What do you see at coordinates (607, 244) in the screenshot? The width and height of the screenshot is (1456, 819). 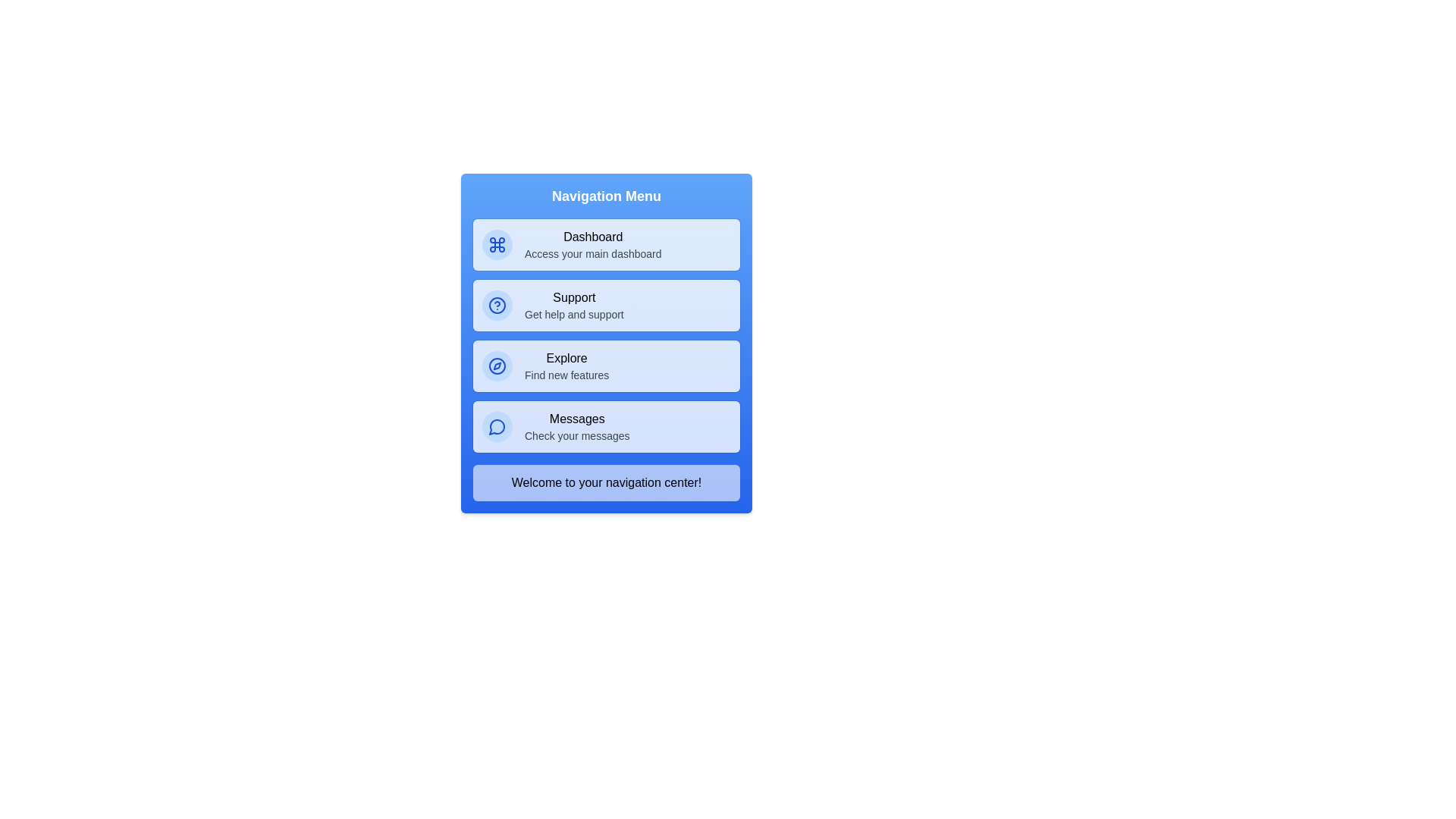 I see `the menu item corresponding to Dashboard` at bounding box center [607, 244].